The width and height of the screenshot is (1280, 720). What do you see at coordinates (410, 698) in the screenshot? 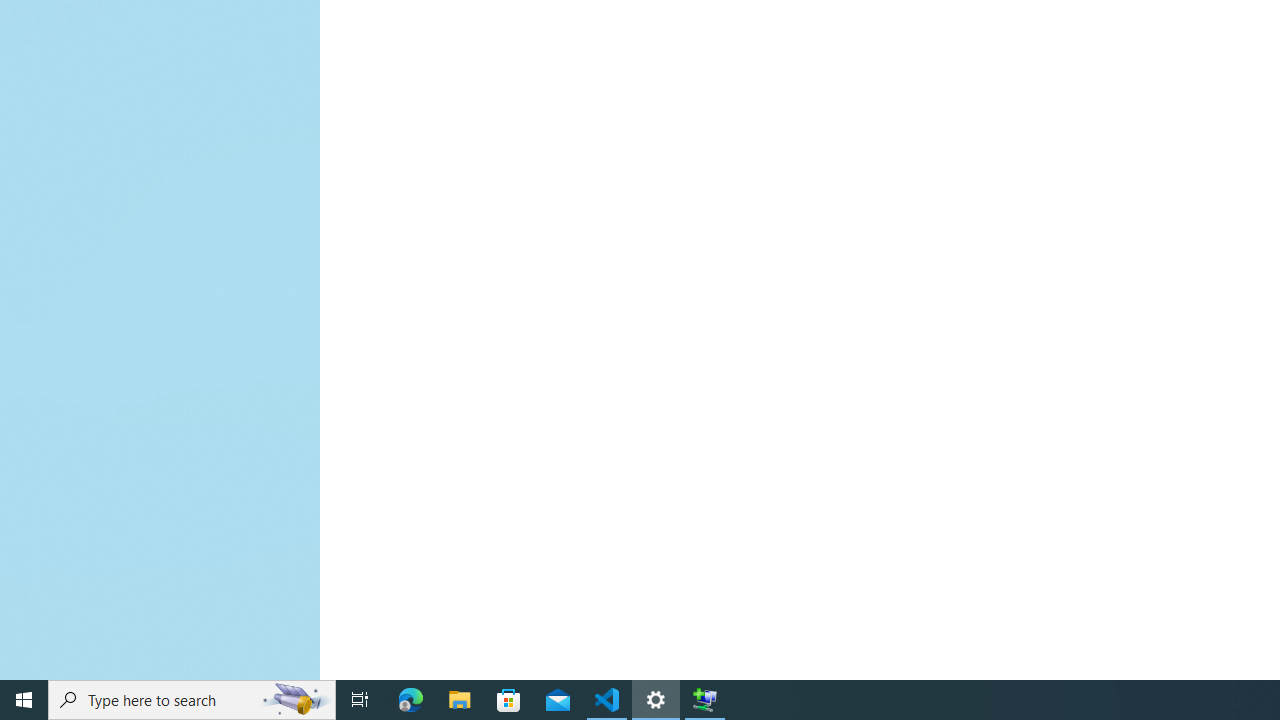
I see `'Microsoft Edge'` at bounding box center [410, 698].